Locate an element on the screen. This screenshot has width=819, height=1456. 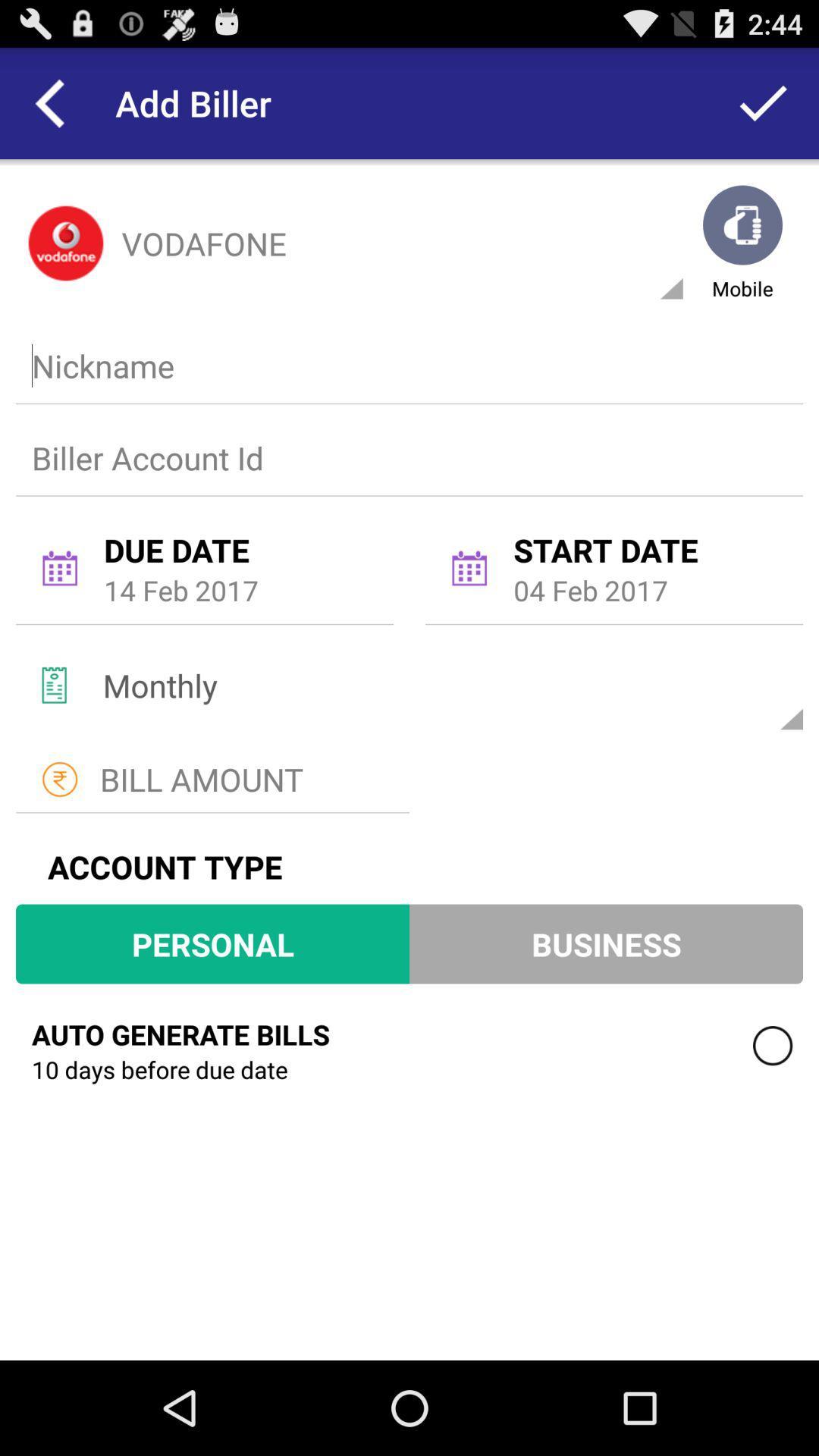
business item is located at coordinates (605, 943).